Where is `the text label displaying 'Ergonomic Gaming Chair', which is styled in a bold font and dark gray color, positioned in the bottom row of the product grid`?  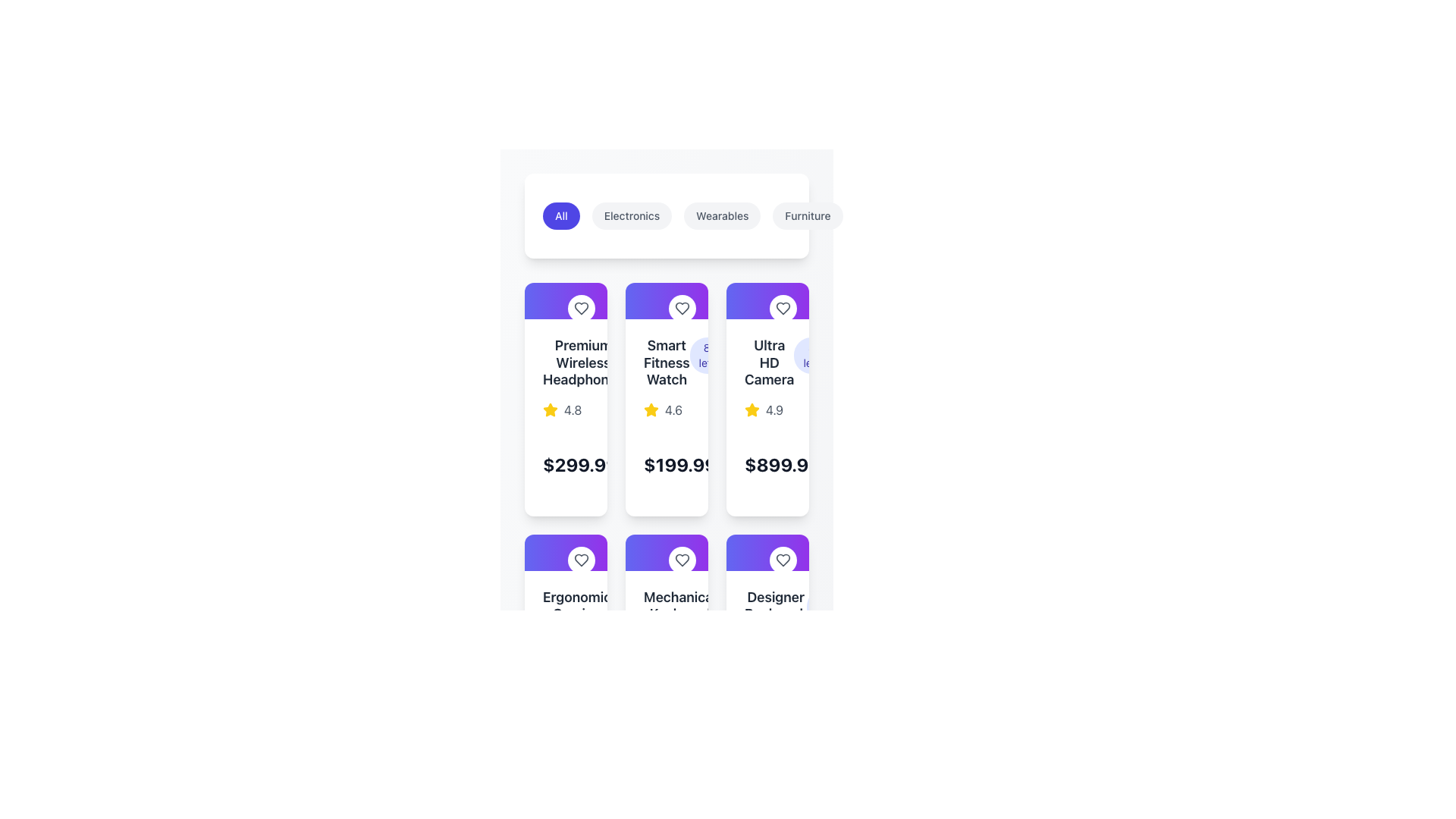 the text label displaying 'Ergonomic Gaming Chair', which is styled in a bold font and dark gray color, positioned in the bottom row of the product grid is located at coordinates (576, 614).